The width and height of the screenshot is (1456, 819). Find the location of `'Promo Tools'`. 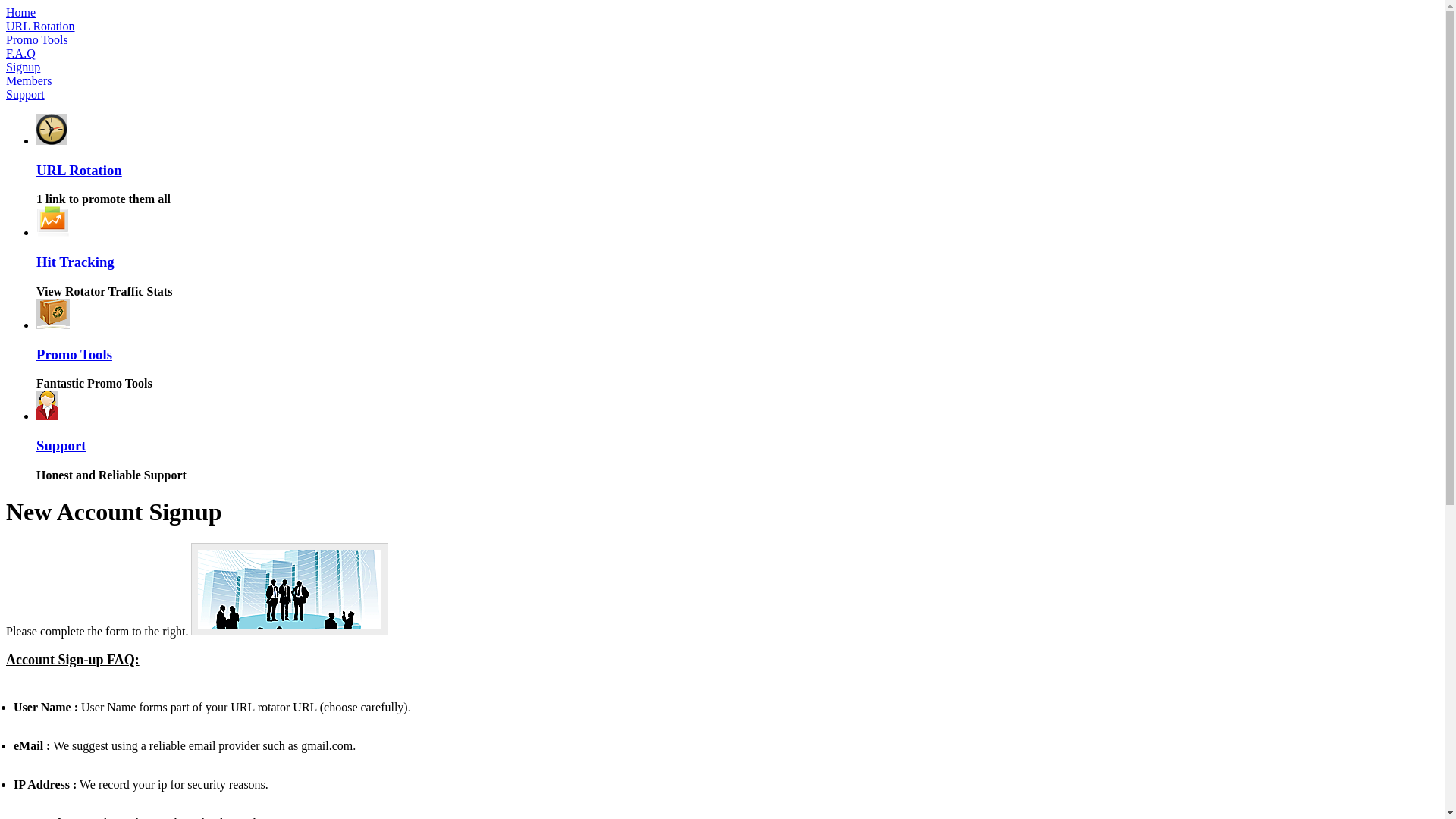

'Promo Tools' is located at coordinates (73, 354).